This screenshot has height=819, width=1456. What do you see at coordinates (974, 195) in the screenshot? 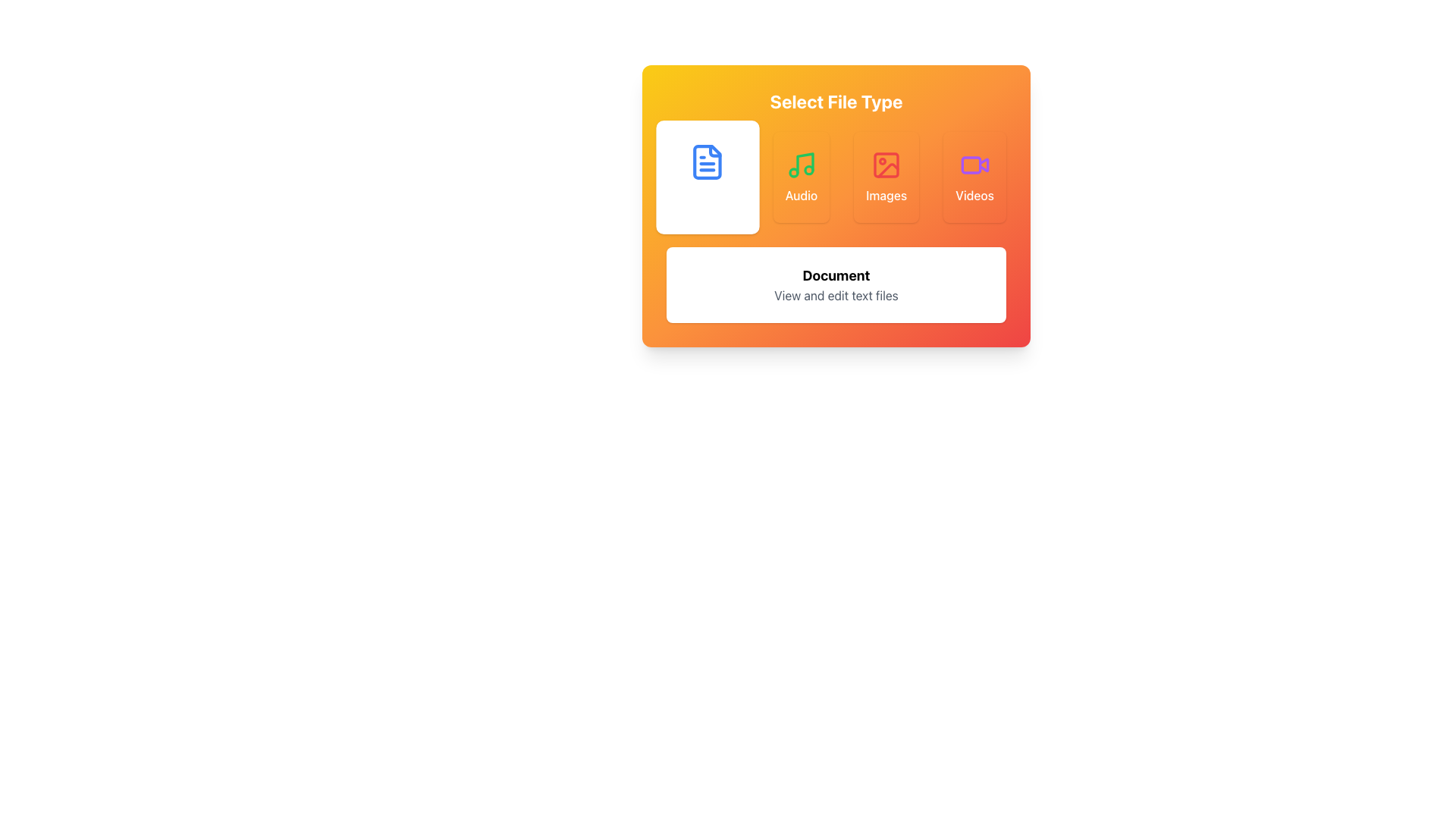
I see `the text label indicating the option for selecting video file types, which is located beneath the video camera icon in the fourth rectangular box` at bounding box center [974, 195].